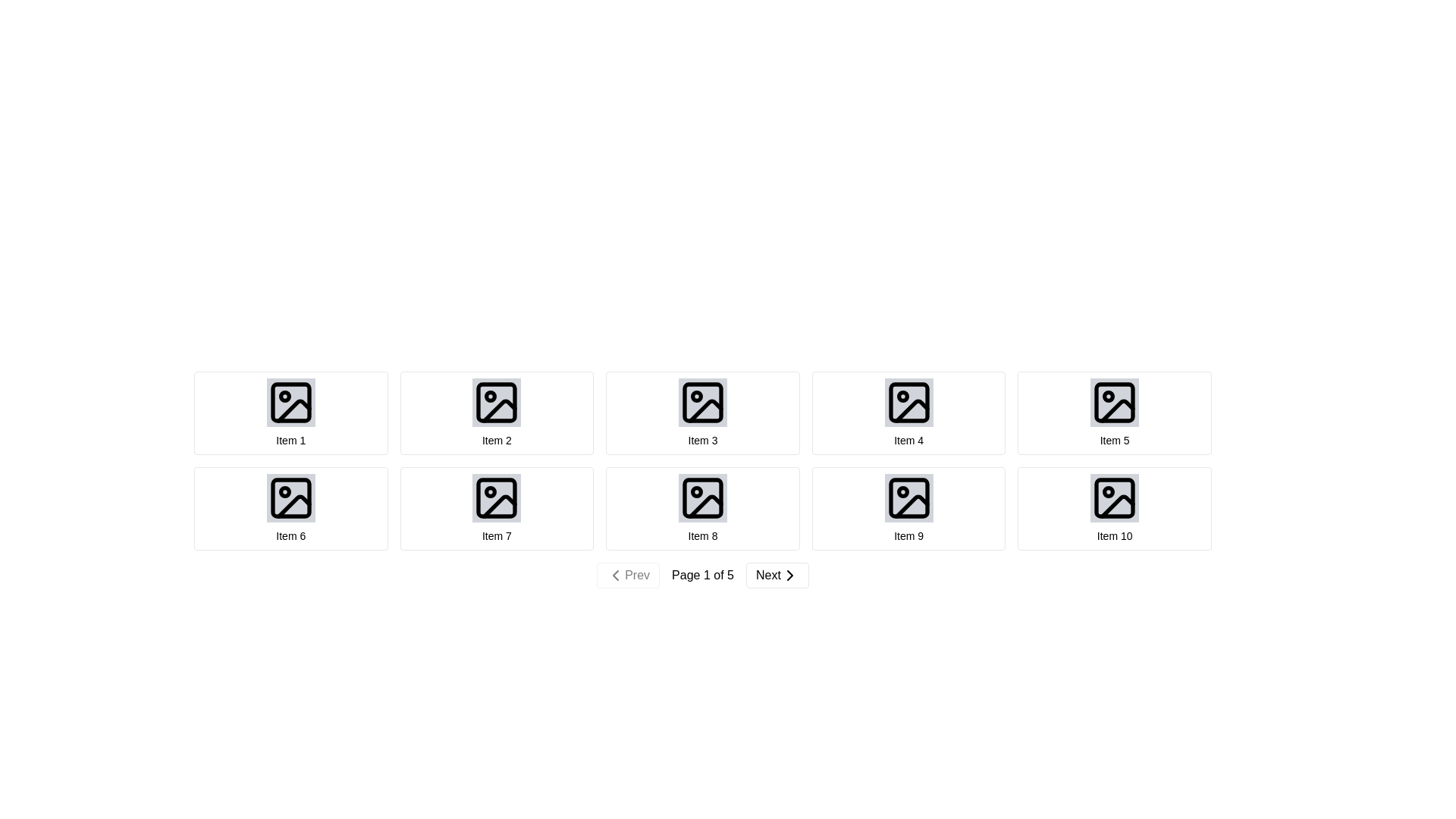  What do you see at coordinates (290, 413) in the screenshot?
I see `text or icon of the first item in the grid layout, which is represented by an icon and a label located at the top left corner of the grid` at bounding box center [290, 413].